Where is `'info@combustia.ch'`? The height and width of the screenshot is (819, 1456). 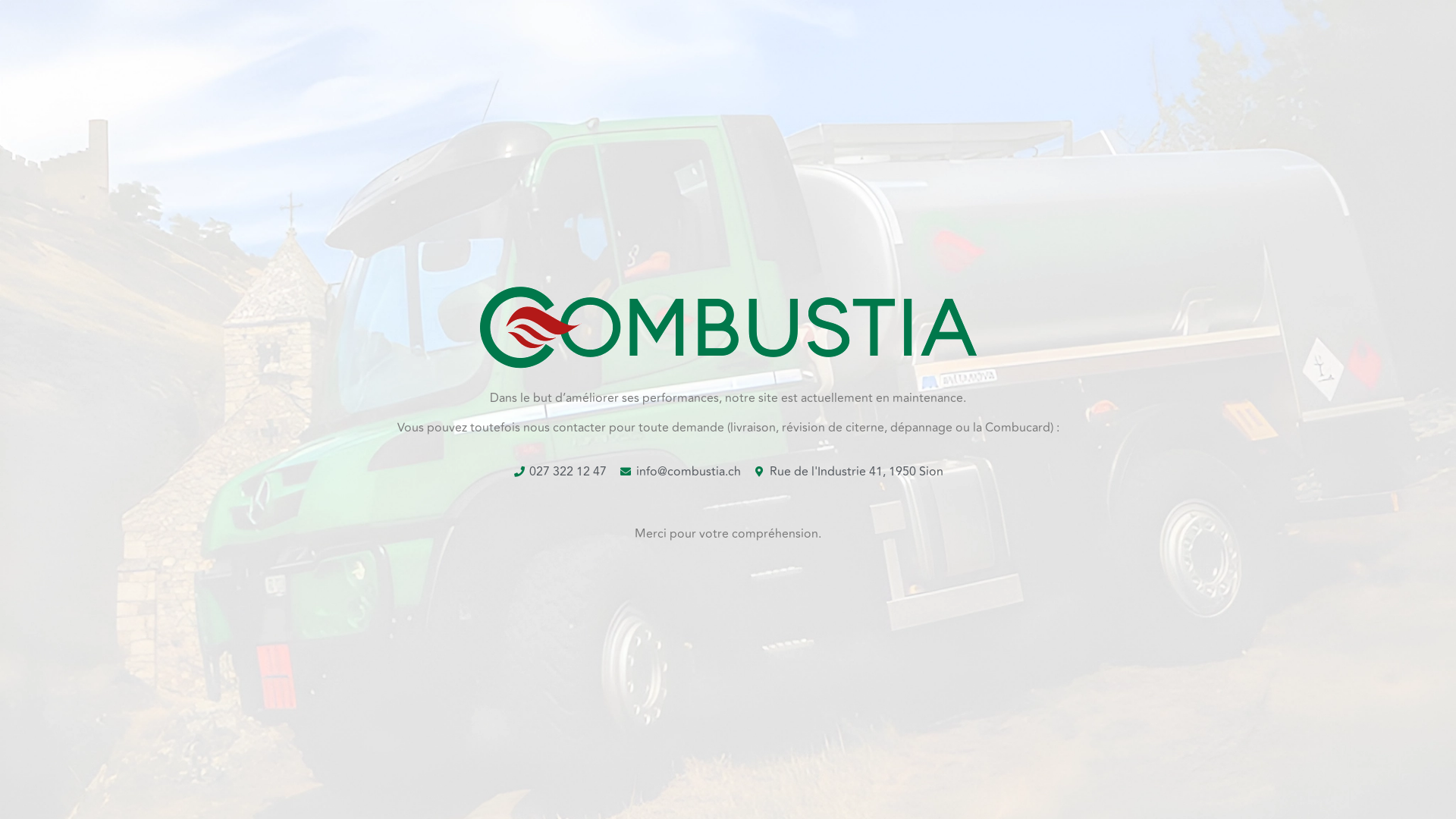 'info@combustia.ch' is located at coordinates (679, 470).